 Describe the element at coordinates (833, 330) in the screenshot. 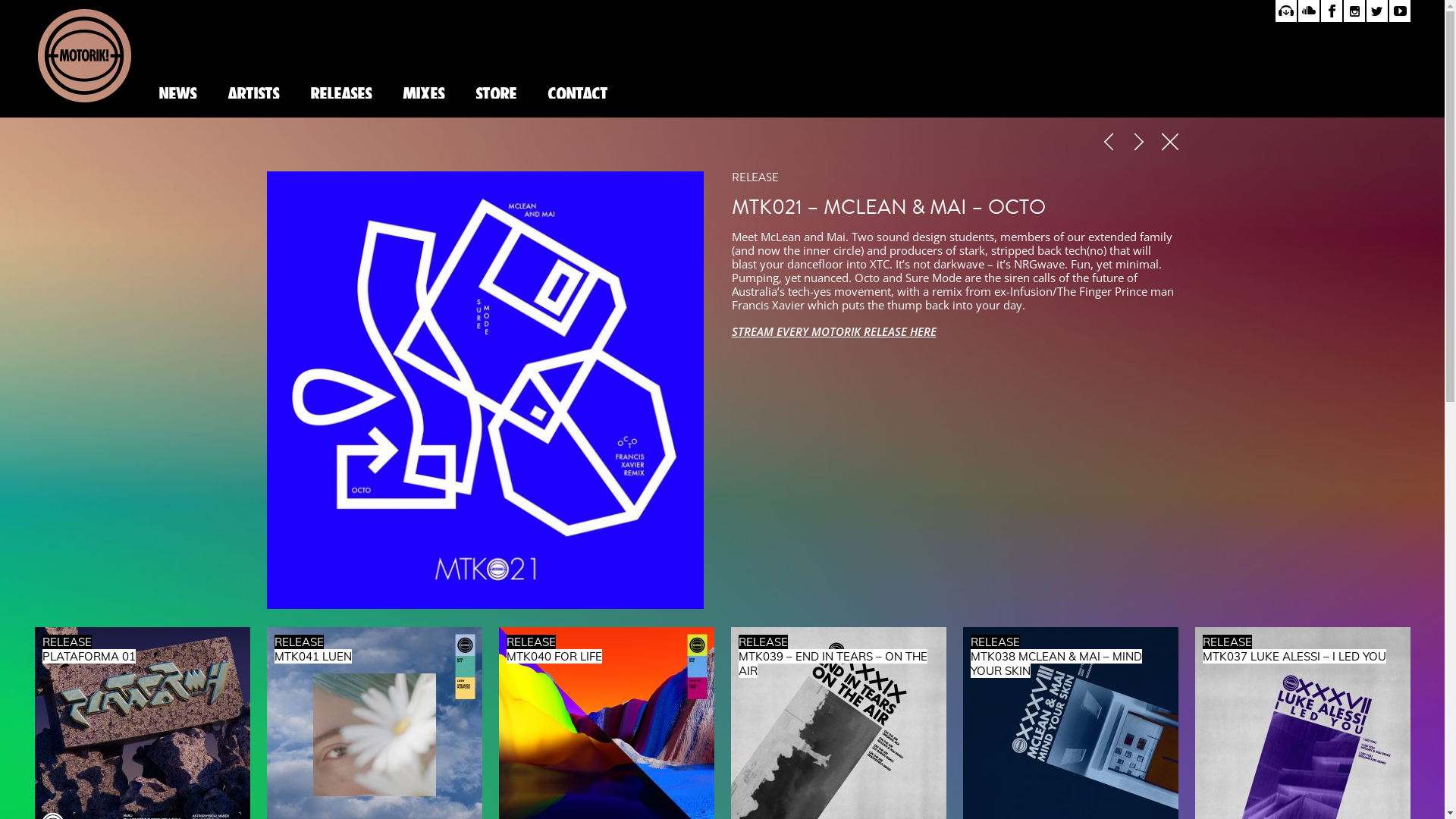

I see `'STREAM EVERY MOTORIK RELEASE HERE'` at that location.